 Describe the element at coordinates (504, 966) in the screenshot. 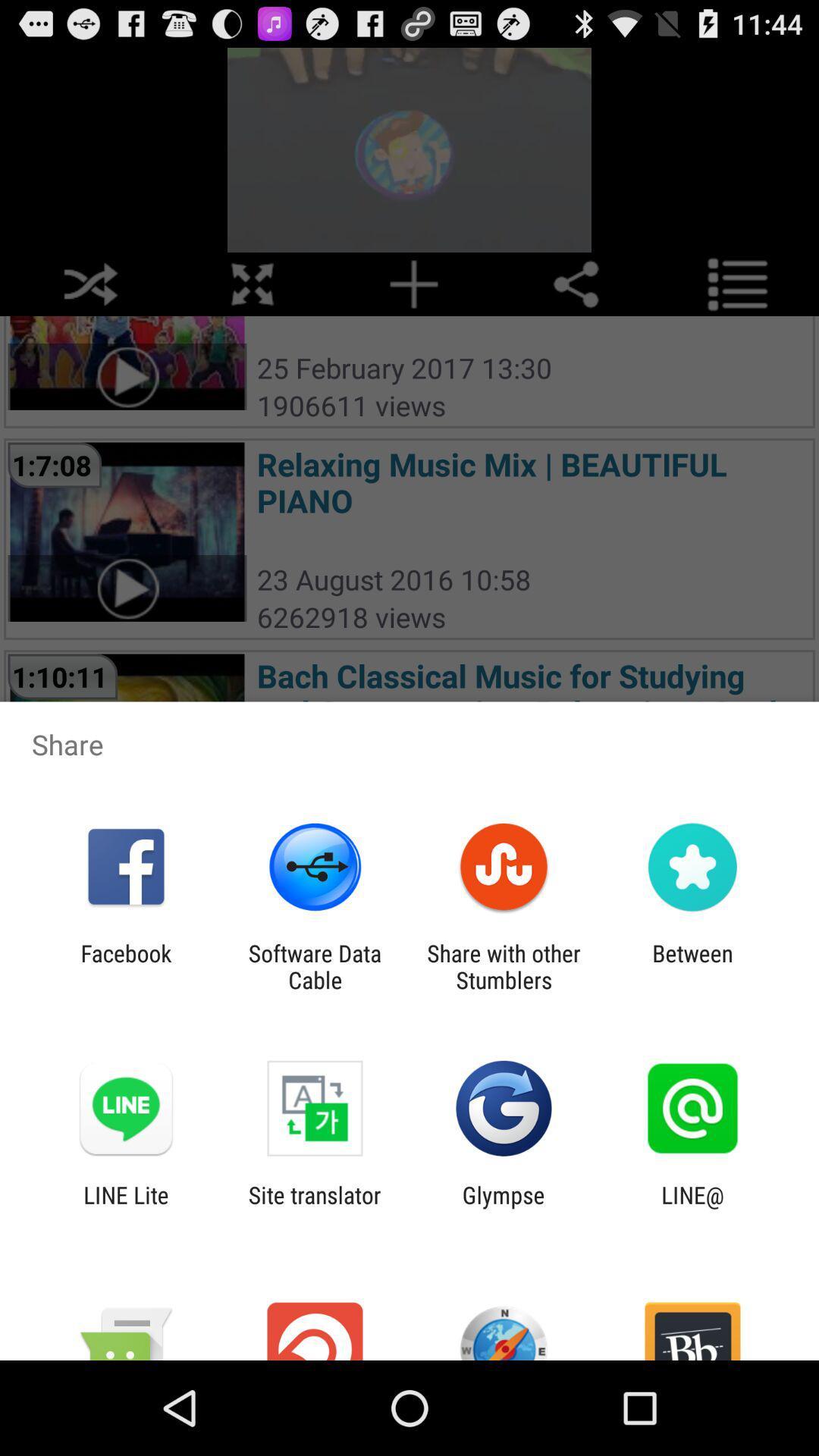

I see `icon to the left of between app` at that location.